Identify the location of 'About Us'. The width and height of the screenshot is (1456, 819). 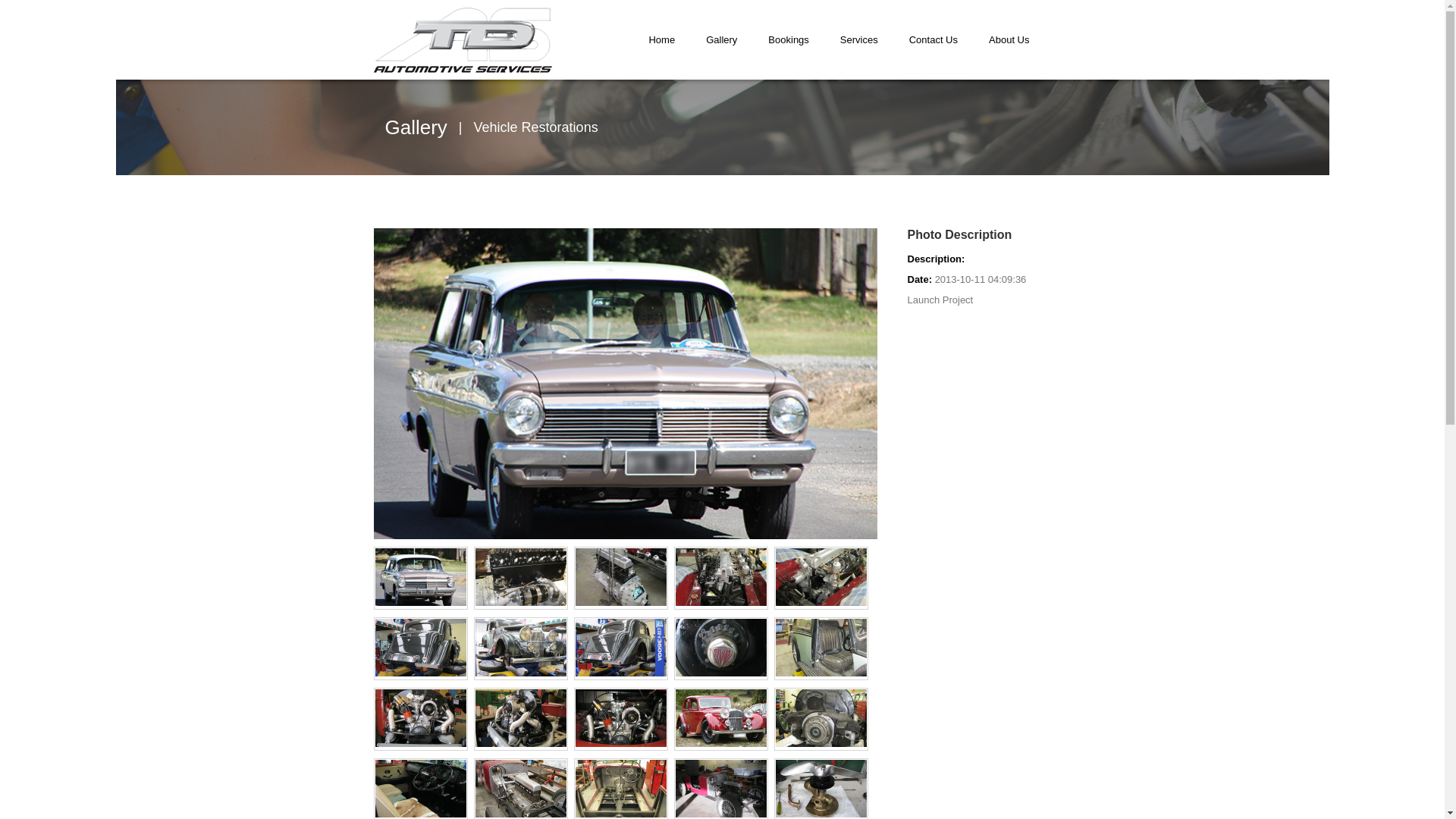
(1009, 39).